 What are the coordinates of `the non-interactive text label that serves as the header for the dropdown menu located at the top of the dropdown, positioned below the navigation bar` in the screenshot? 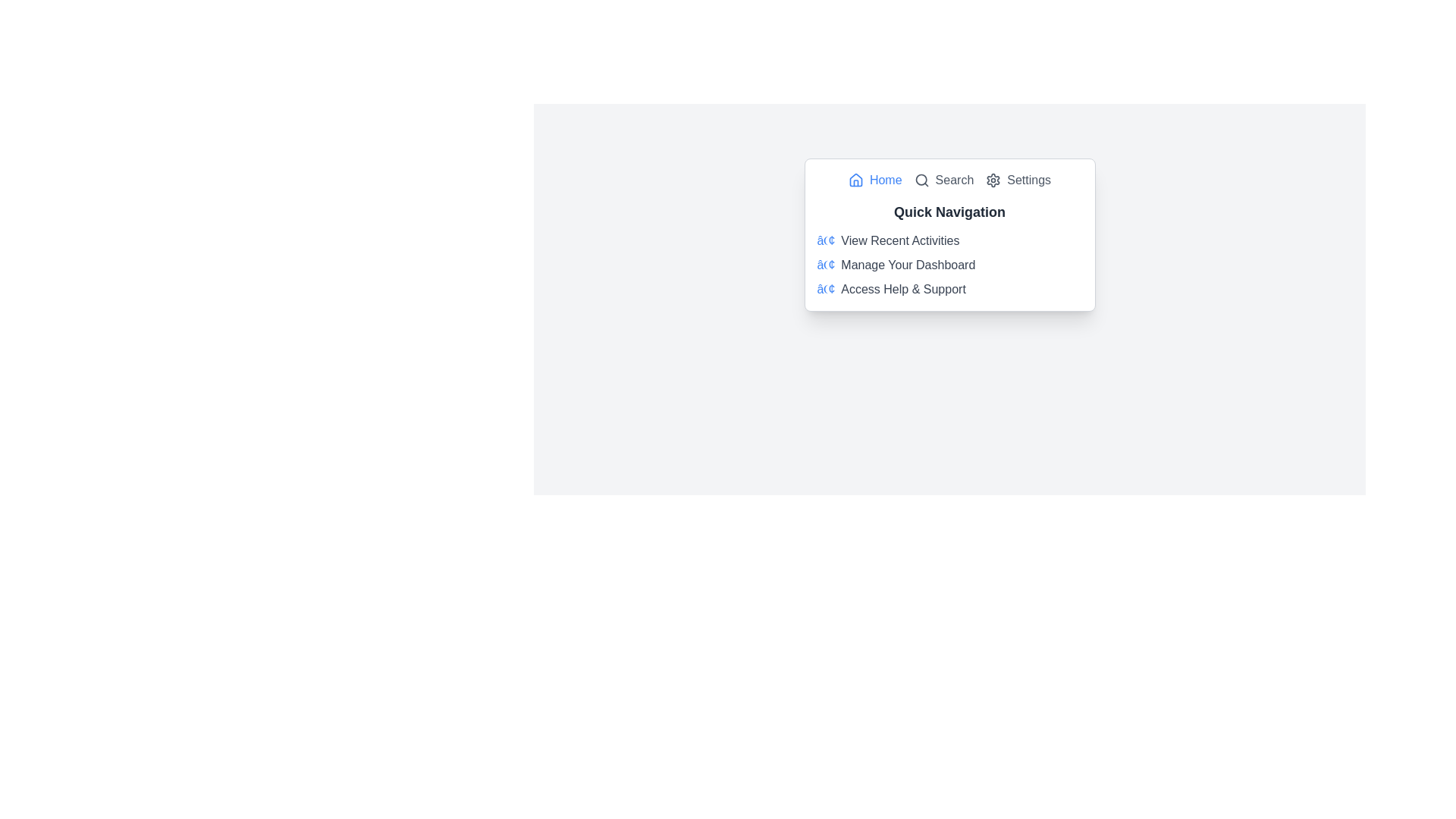 It's located at (949, 212).